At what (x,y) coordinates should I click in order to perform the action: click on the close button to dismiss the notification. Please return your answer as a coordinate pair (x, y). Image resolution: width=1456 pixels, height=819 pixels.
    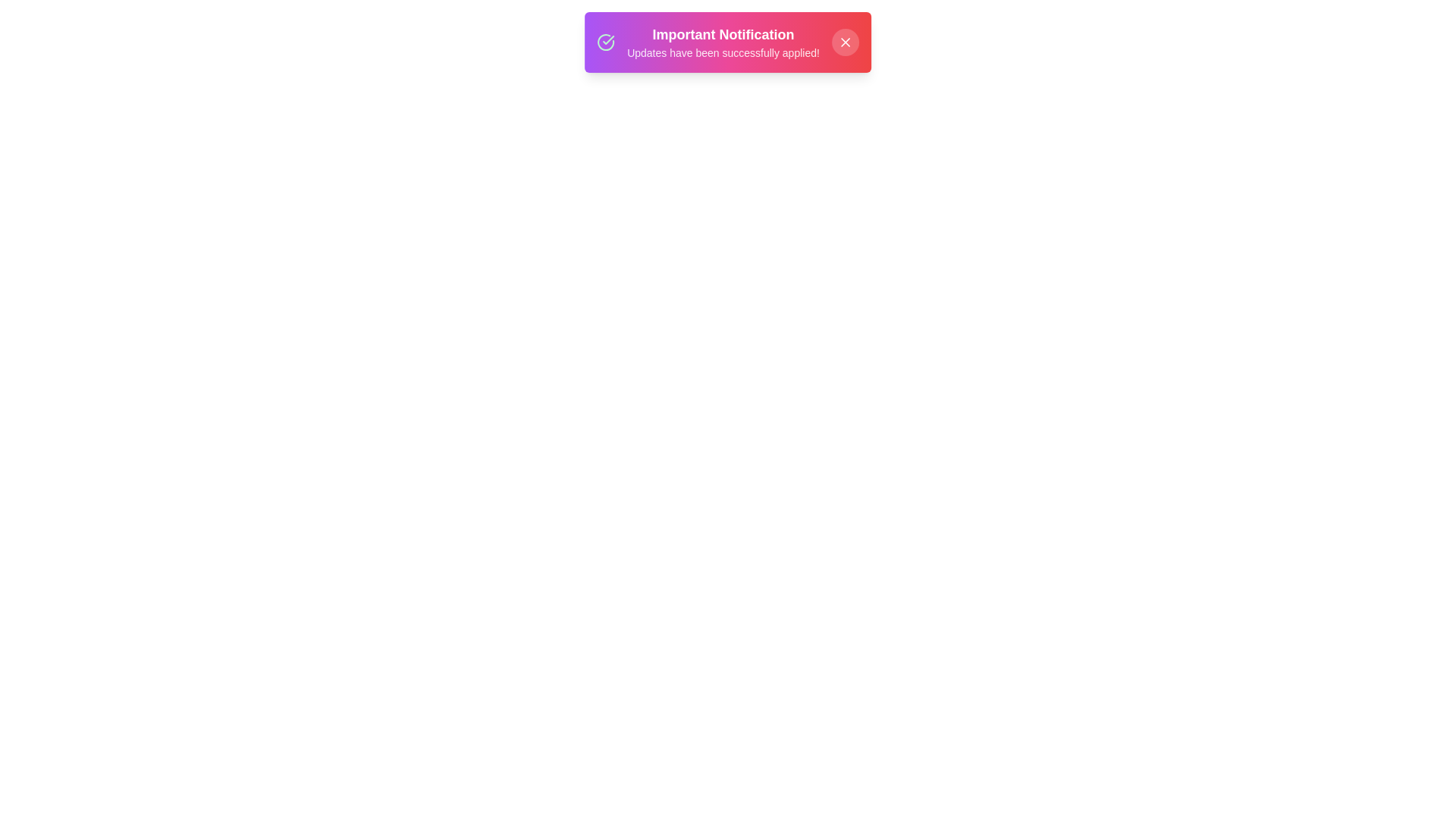
    Looking at the image, I should click on (844, 42).